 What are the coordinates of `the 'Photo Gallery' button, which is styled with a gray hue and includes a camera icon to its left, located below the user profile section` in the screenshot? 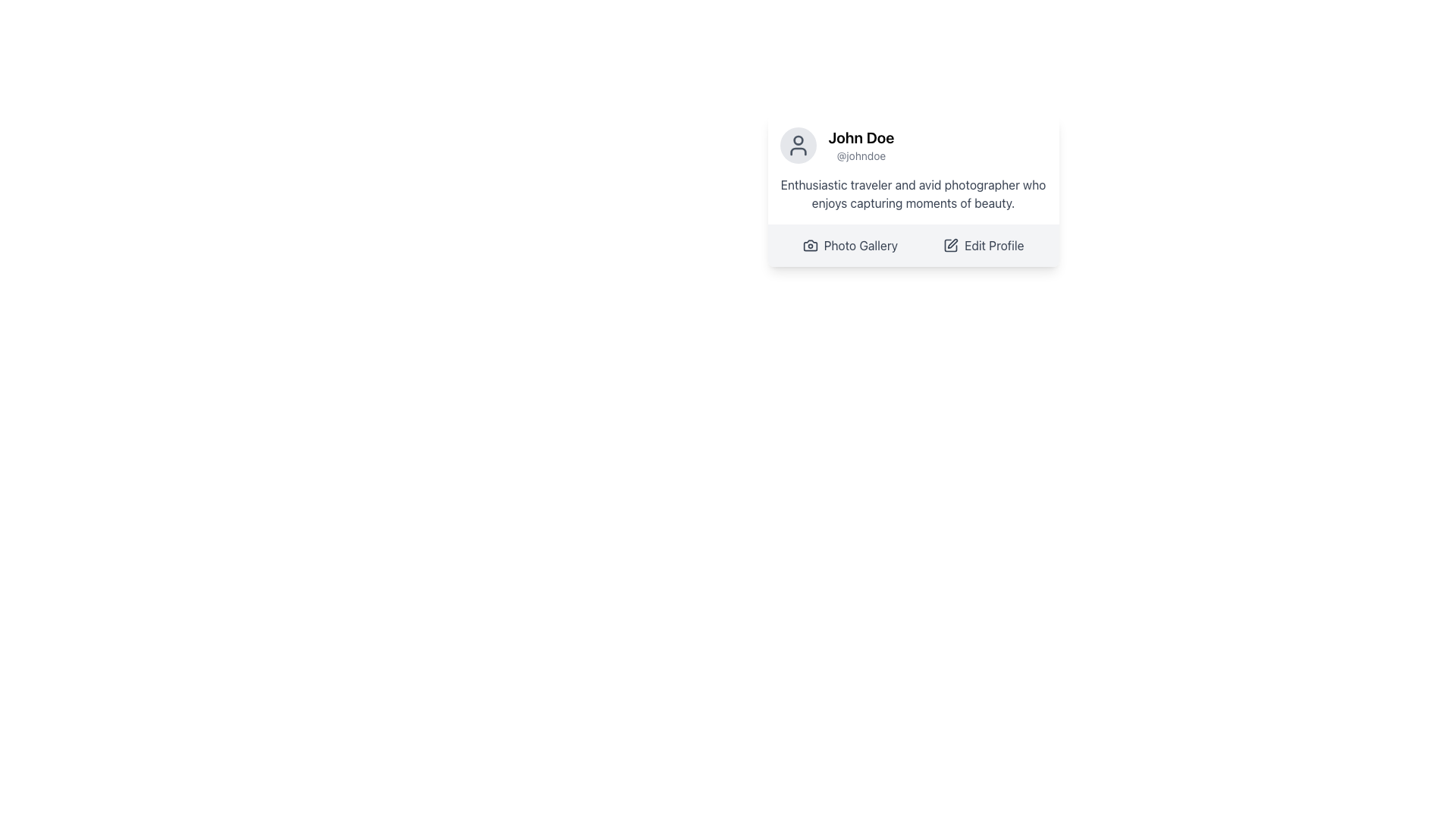 It's located at (850, 245).